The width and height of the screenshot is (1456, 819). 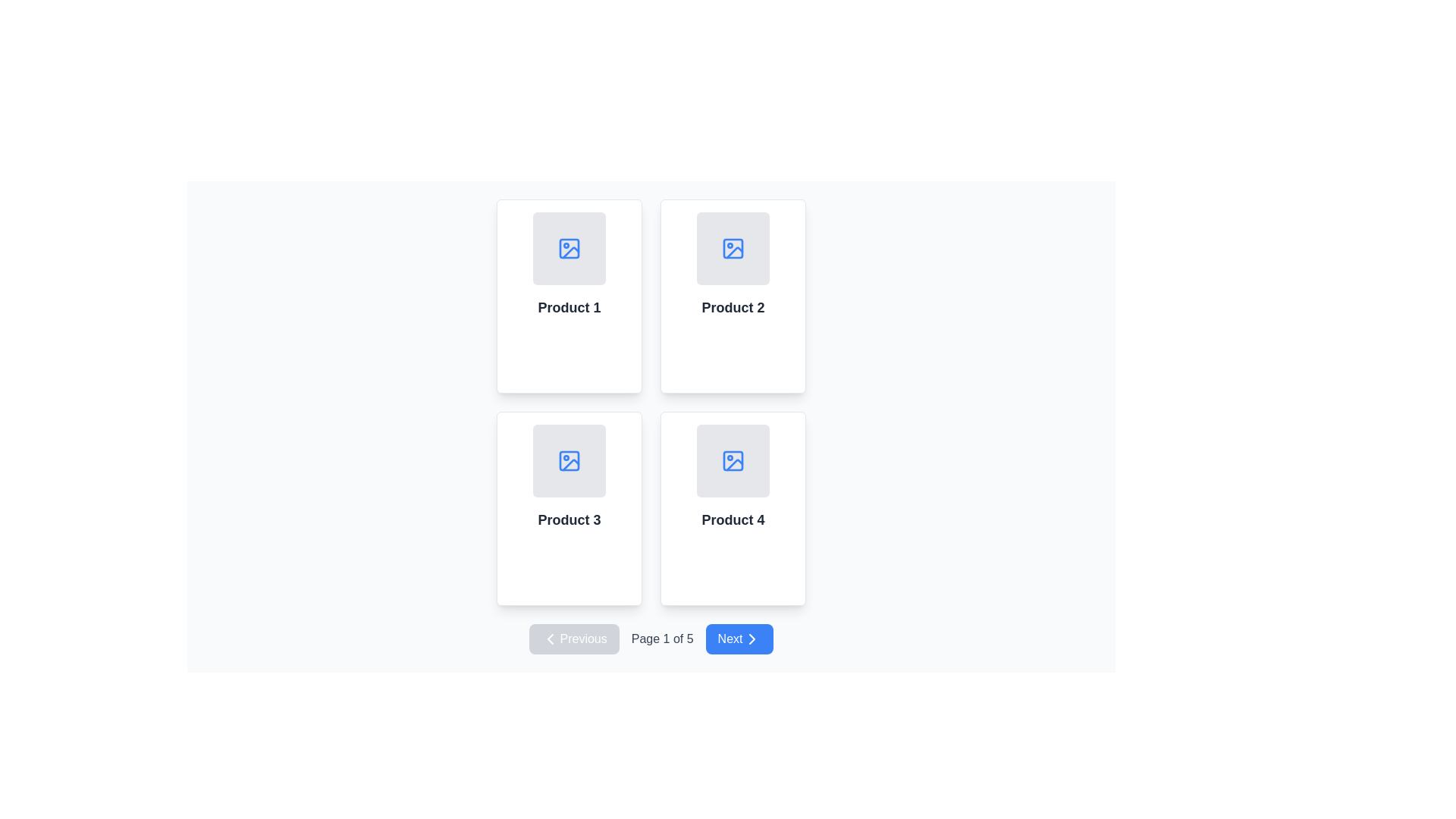 What do you see at coordinates (733, 247) in the screenshot?
I see `the icon placeholder representing 'Product 2' located at the top center of the 'Product 2' card` at bounding box center [733, 247].